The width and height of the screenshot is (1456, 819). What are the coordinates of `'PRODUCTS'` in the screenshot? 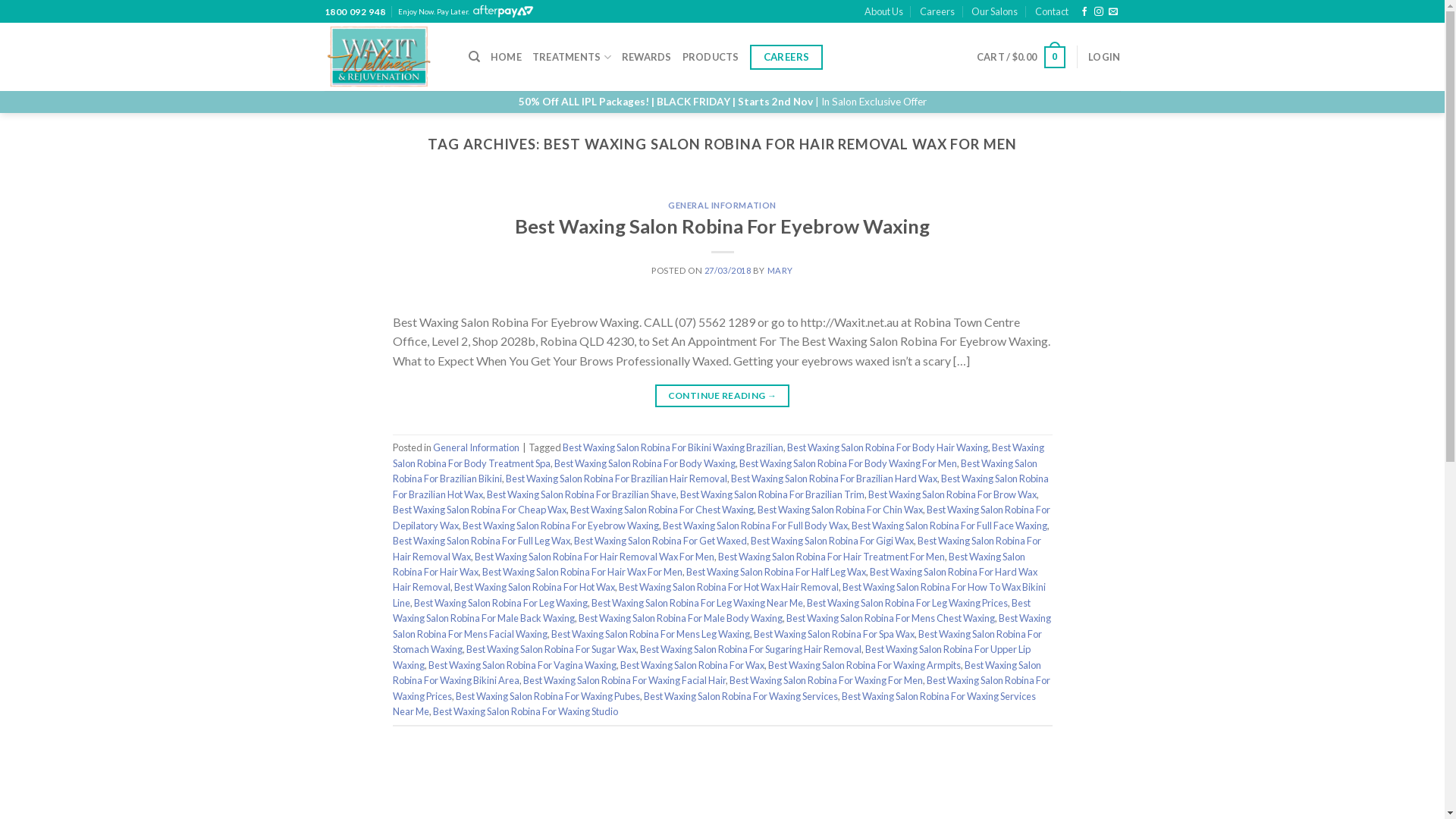 It's located at (710, 55).